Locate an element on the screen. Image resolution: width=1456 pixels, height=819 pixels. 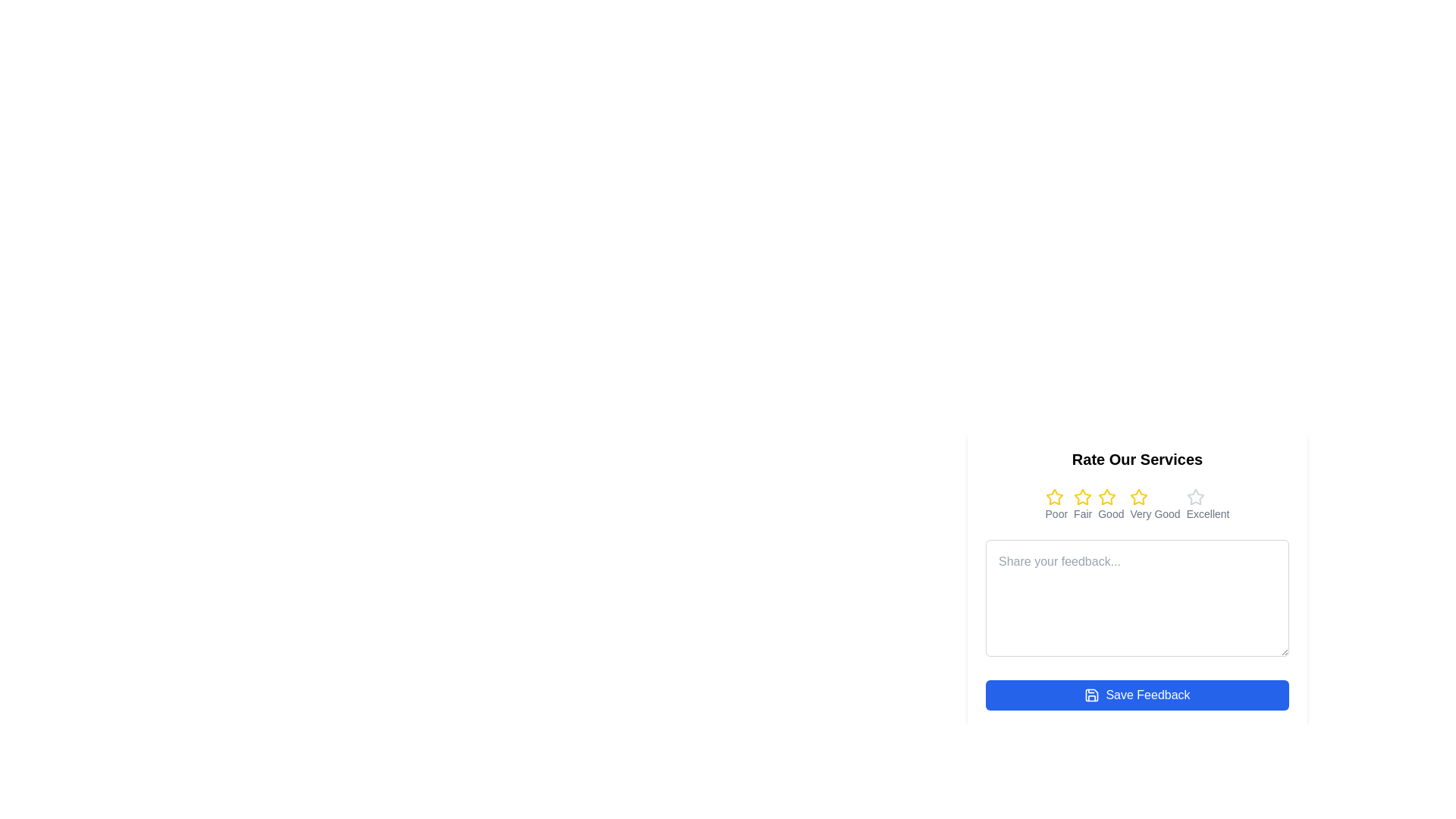
the 'Save Feedback' button located at the bottom of the feedback form is located at coordinates (1147, 695).